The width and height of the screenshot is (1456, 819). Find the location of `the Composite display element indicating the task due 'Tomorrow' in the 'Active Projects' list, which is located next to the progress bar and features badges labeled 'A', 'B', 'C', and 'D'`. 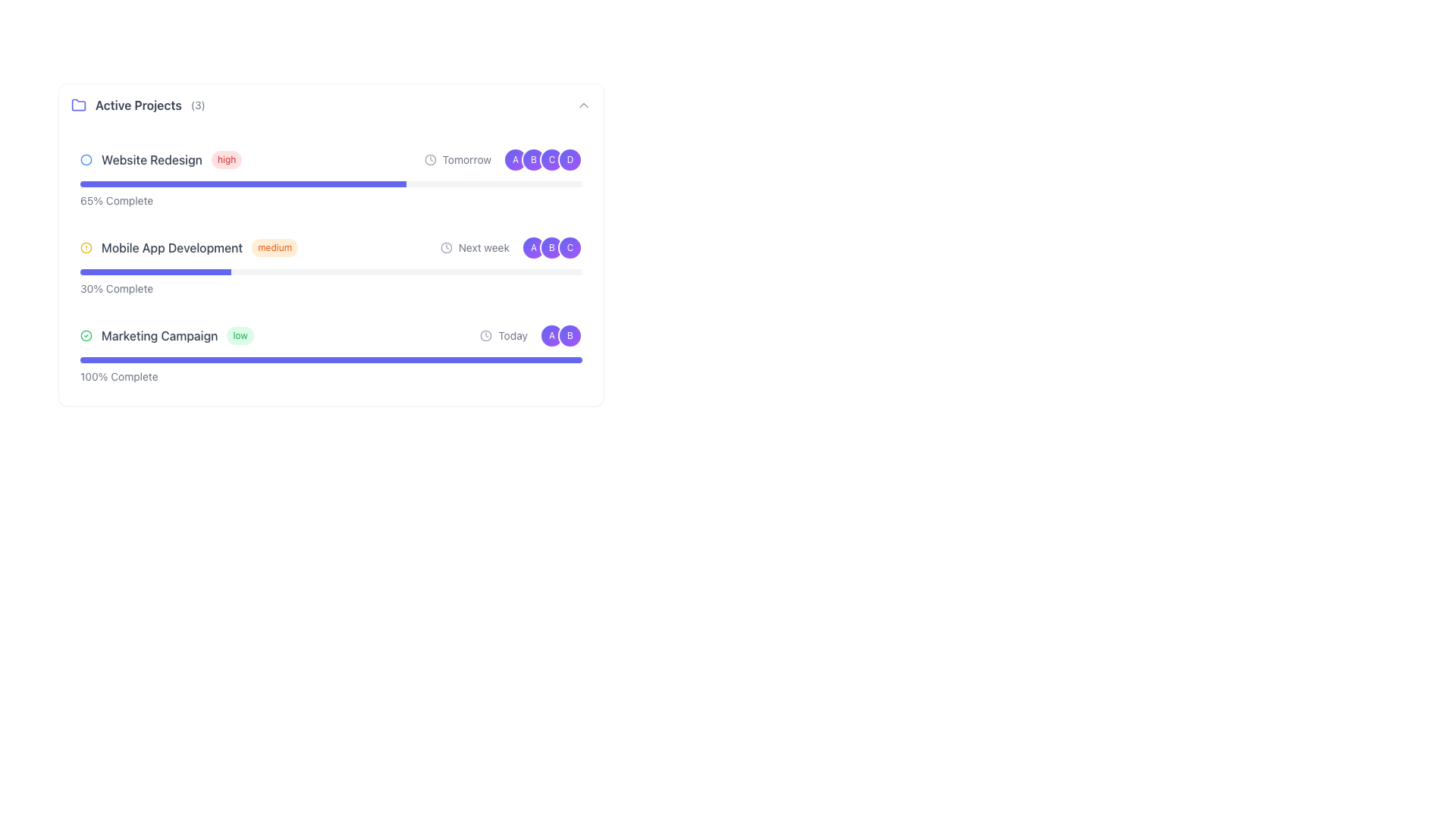

the Composite display element indicating the task due 'Tomorrow' in the 'Active Projects' list, which is located next to the progress bar and features badges labeled 'A', 'B', 'C', and 'D' is located at coordinates (503, 160).